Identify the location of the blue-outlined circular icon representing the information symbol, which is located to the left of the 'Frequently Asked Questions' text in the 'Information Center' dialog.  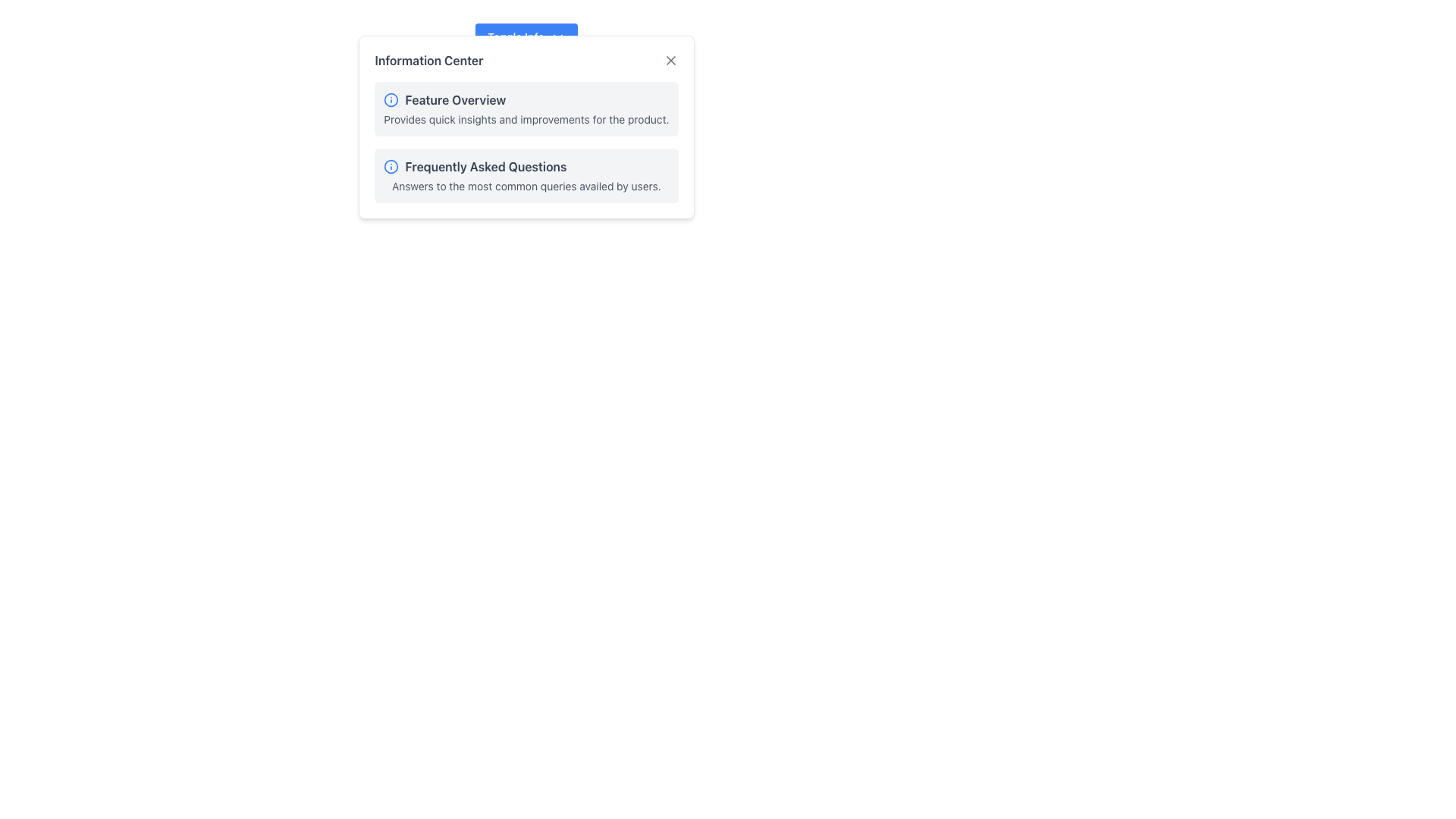
(391, 99).